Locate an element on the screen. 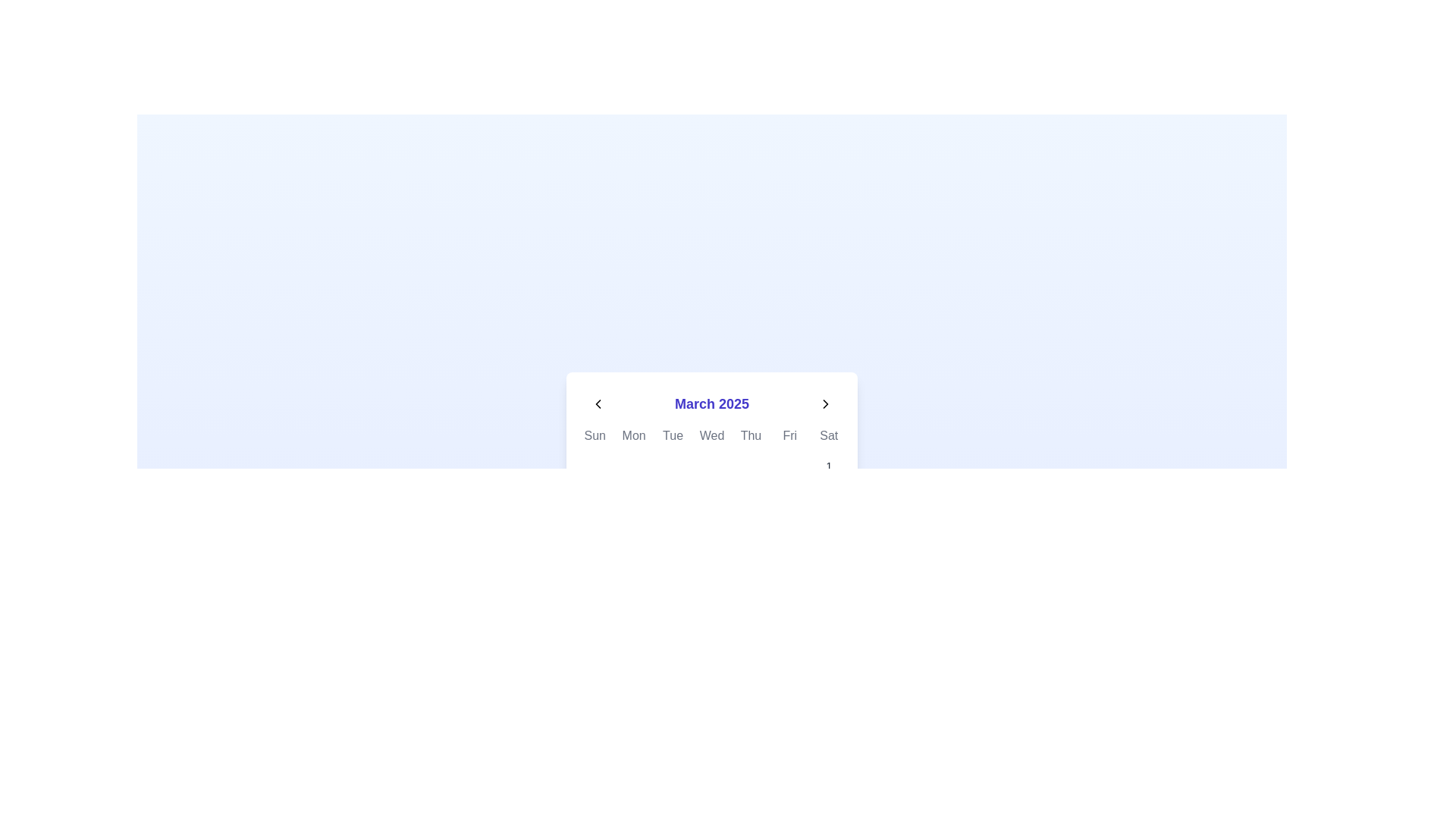 Image resolution: width=1456 pixels, height=819 pixels. the rightward-pointing chevron icon button located in the top-right corner of the calendar interface, adjacent to the title 'March 2025' is located at coordinates (825, 403).